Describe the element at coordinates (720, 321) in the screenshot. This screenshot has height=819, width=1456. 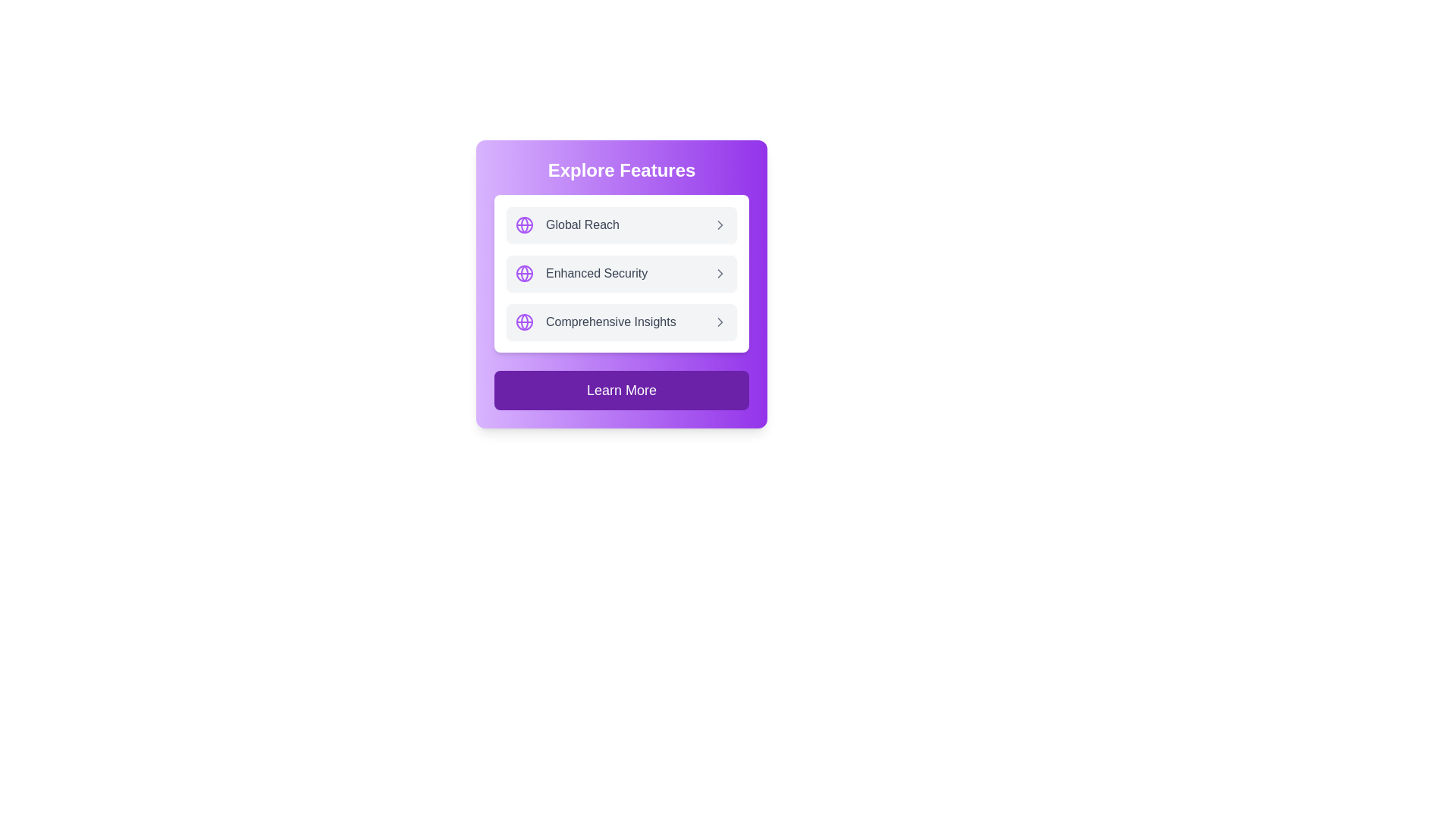
I see `the rightward-pointing chevron icon located at the far right of the card labeled 'Comprehensive Insights'` at that location.